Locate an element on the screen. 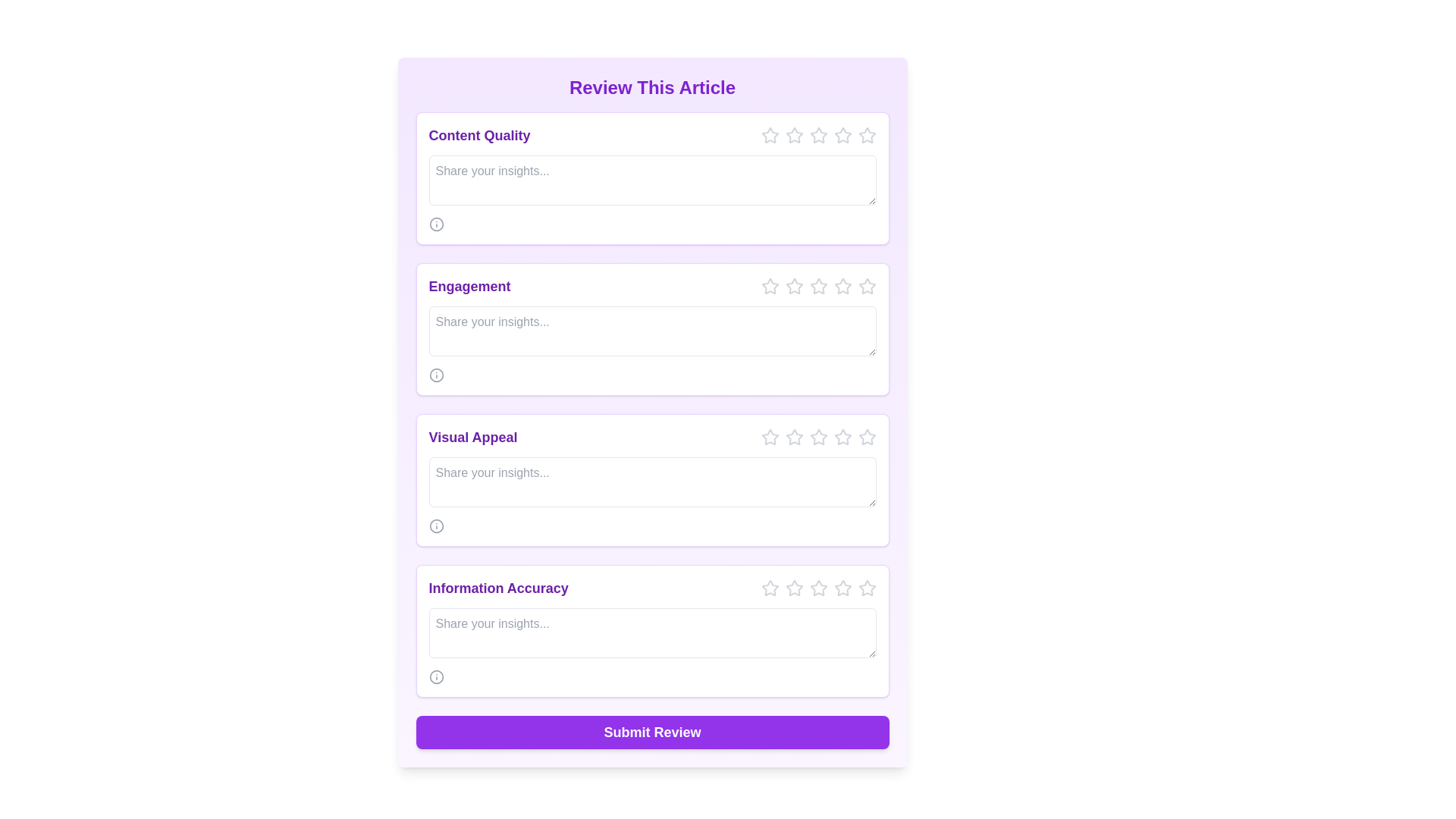  the 'Content Quality' text label styled in bold purple font, located at the top-left position of the card layout is located at coordinates (479, 134).